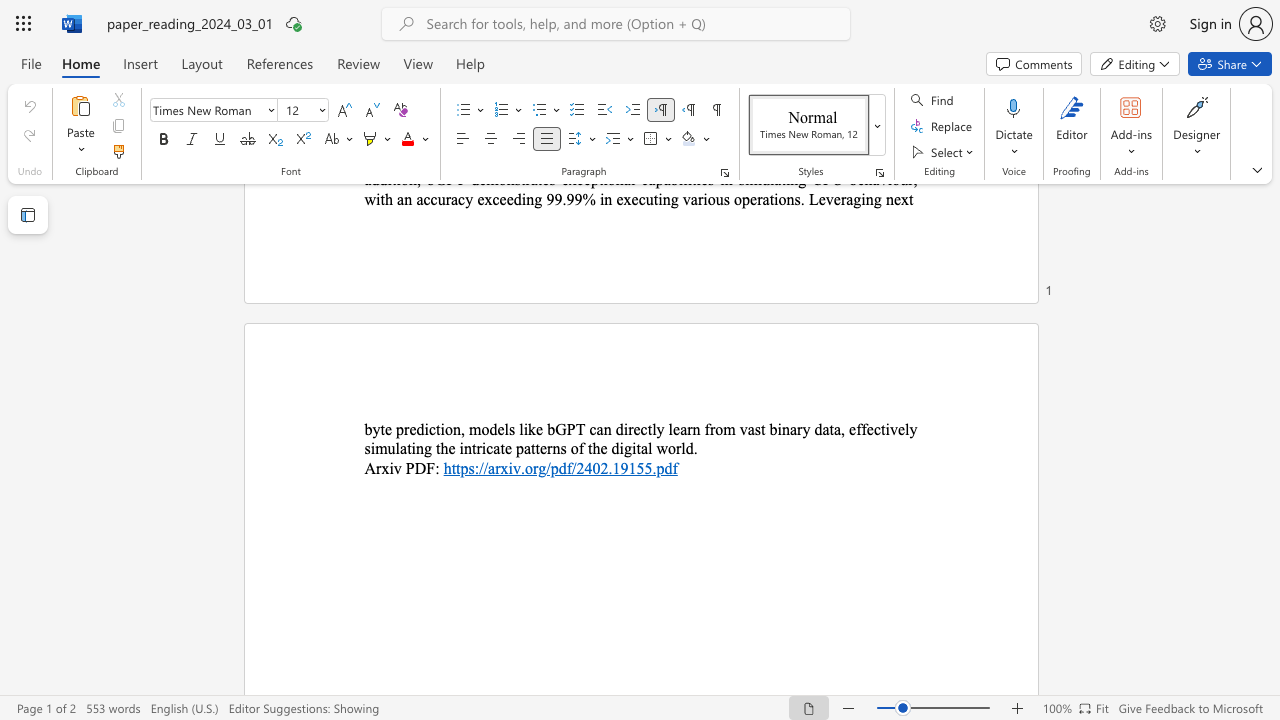 The height and width of the screenshot is (720, 1280). I want to click on the subset text "DF:" within the text "Arxiv PDF:", so click(413, 468).